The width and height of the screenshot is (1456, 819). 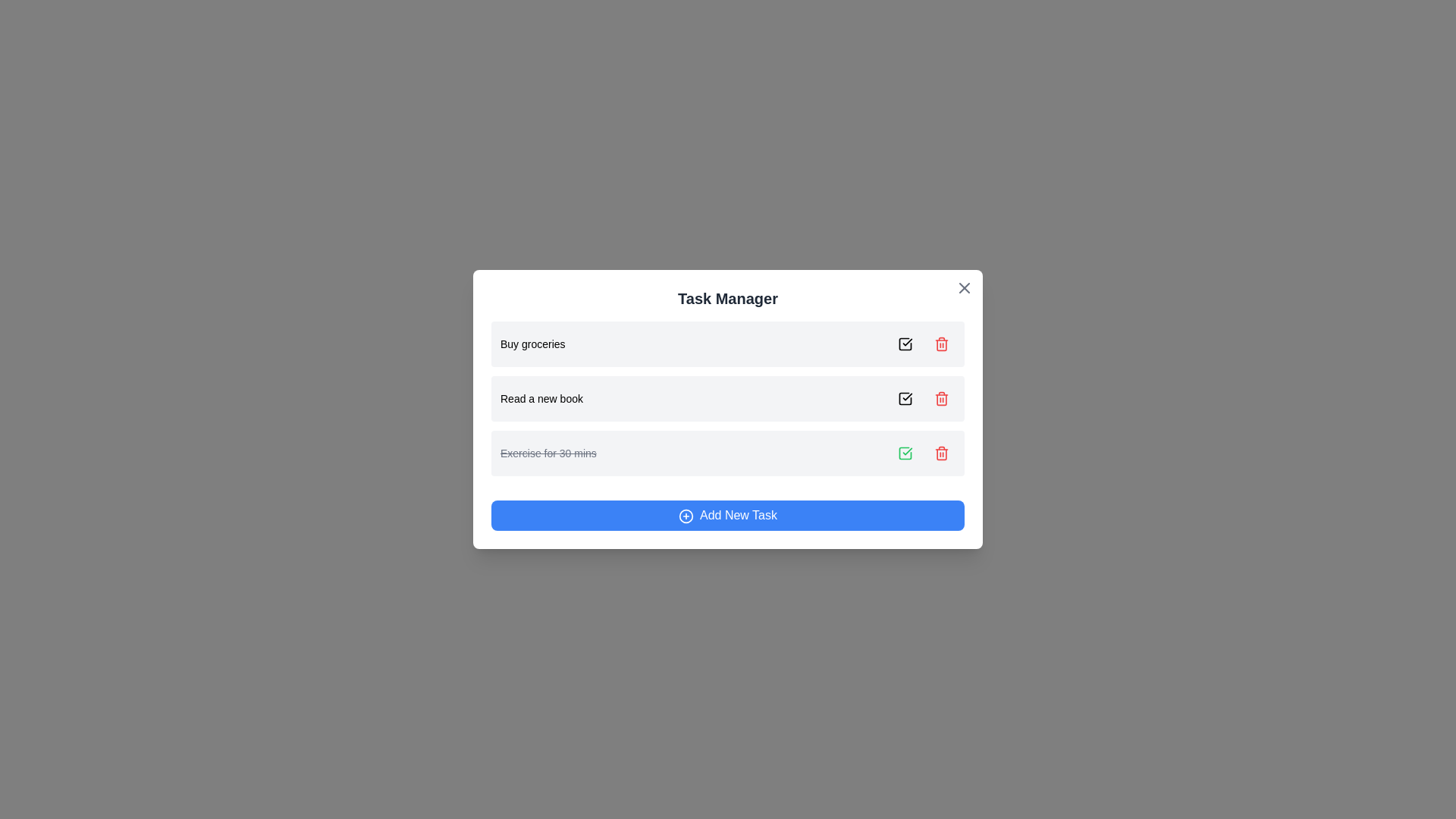 What do you see at coordinates (905, 452) in the screenshot?
I see `the rounded green button with a checkmark to mark the 'Exercise for 30 mins' task as complete` at bounding box center [905, 452].